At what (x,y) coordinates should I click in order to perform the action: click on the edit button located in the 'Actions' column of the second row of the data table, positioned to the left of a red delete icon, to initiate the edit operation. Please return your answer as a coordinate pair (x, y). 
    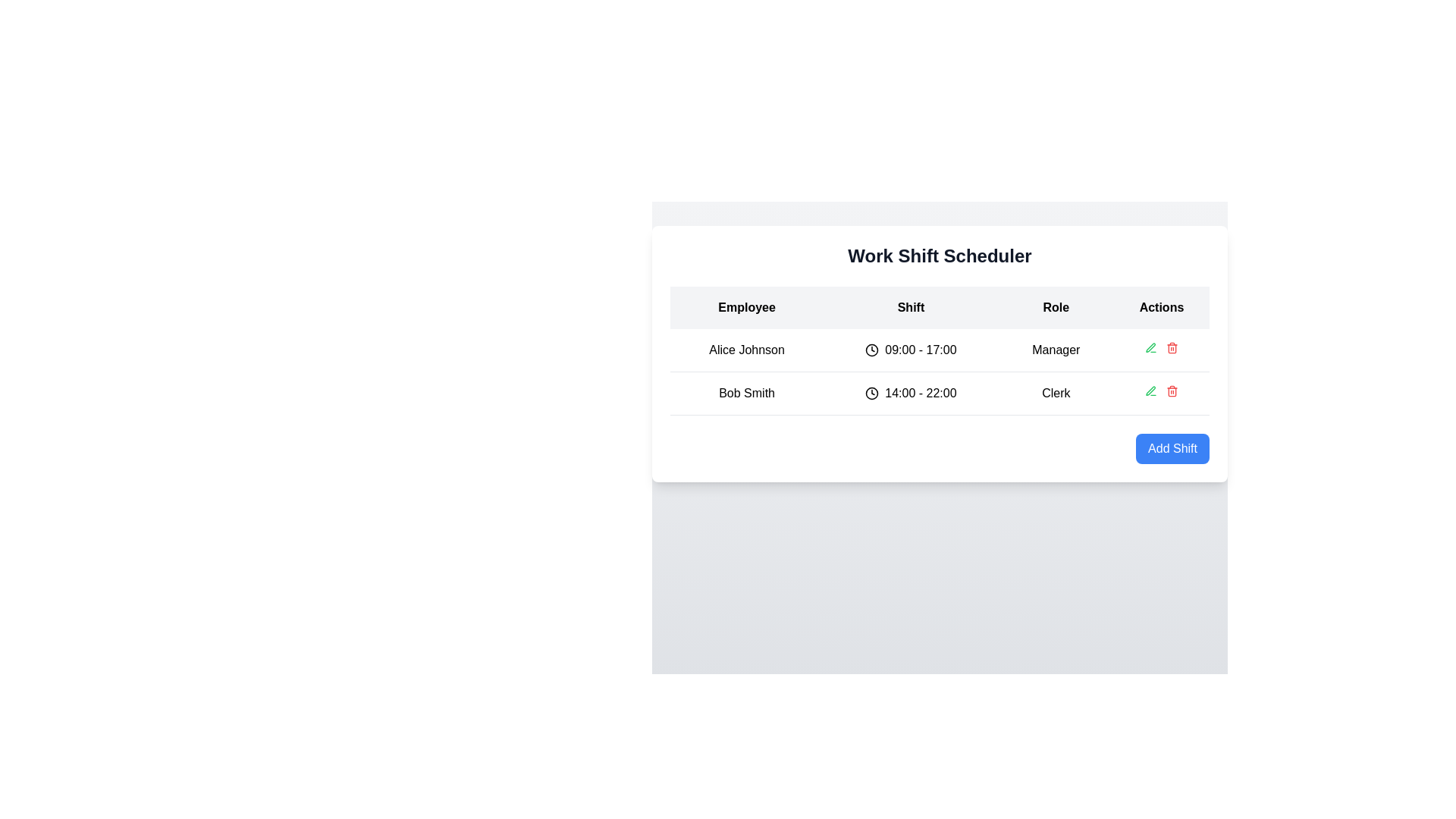
    Looking at the image, I should click on (1150, 348).